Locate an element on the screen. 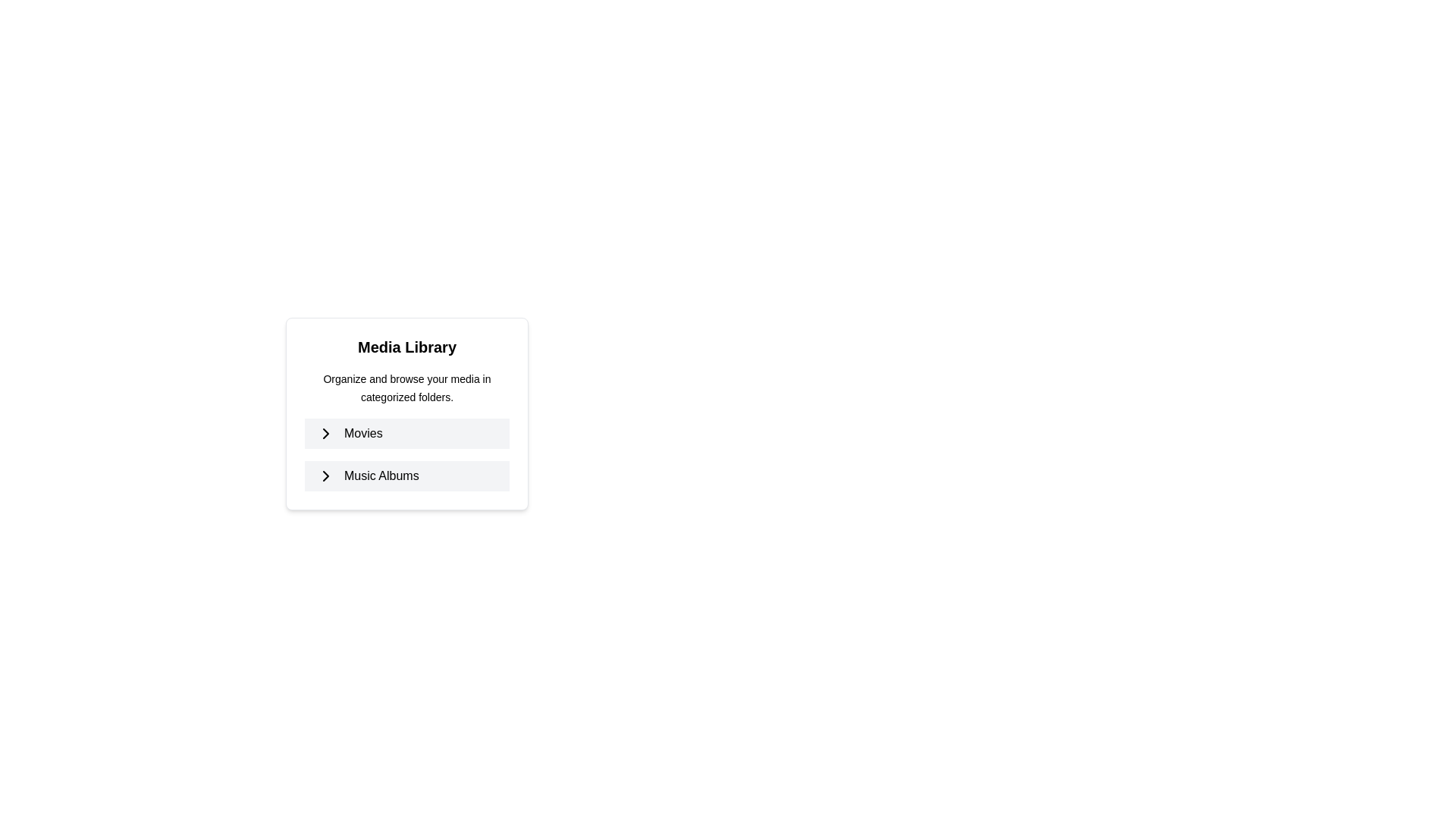 The image size is (1456, 819). the 'Movies' text label located within the light gray rectangular area in the Media Library section is located at coordinates (349, 433).